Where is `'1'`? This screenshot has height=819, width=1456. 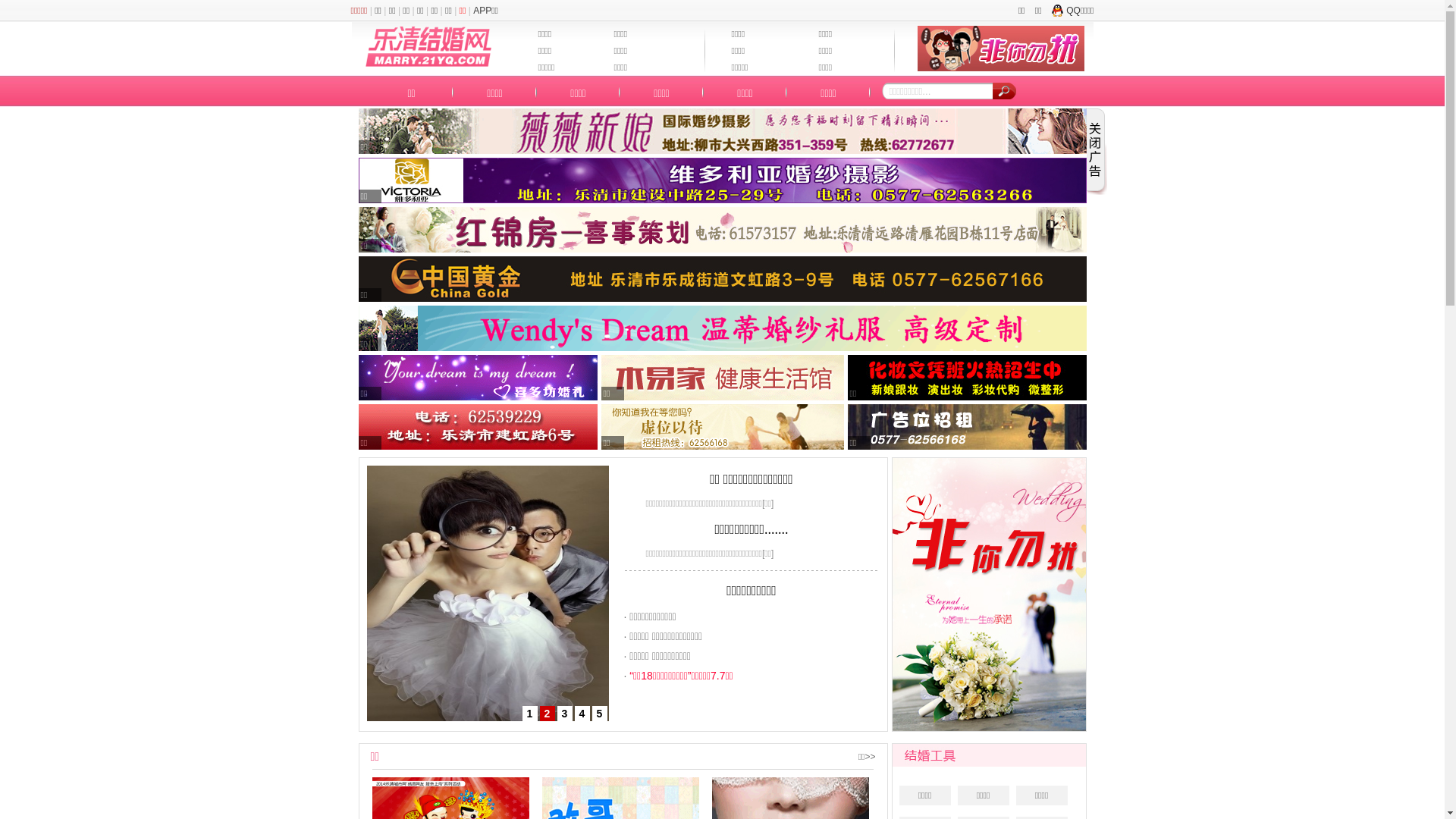 '1' is located at coordinates (521, 714).